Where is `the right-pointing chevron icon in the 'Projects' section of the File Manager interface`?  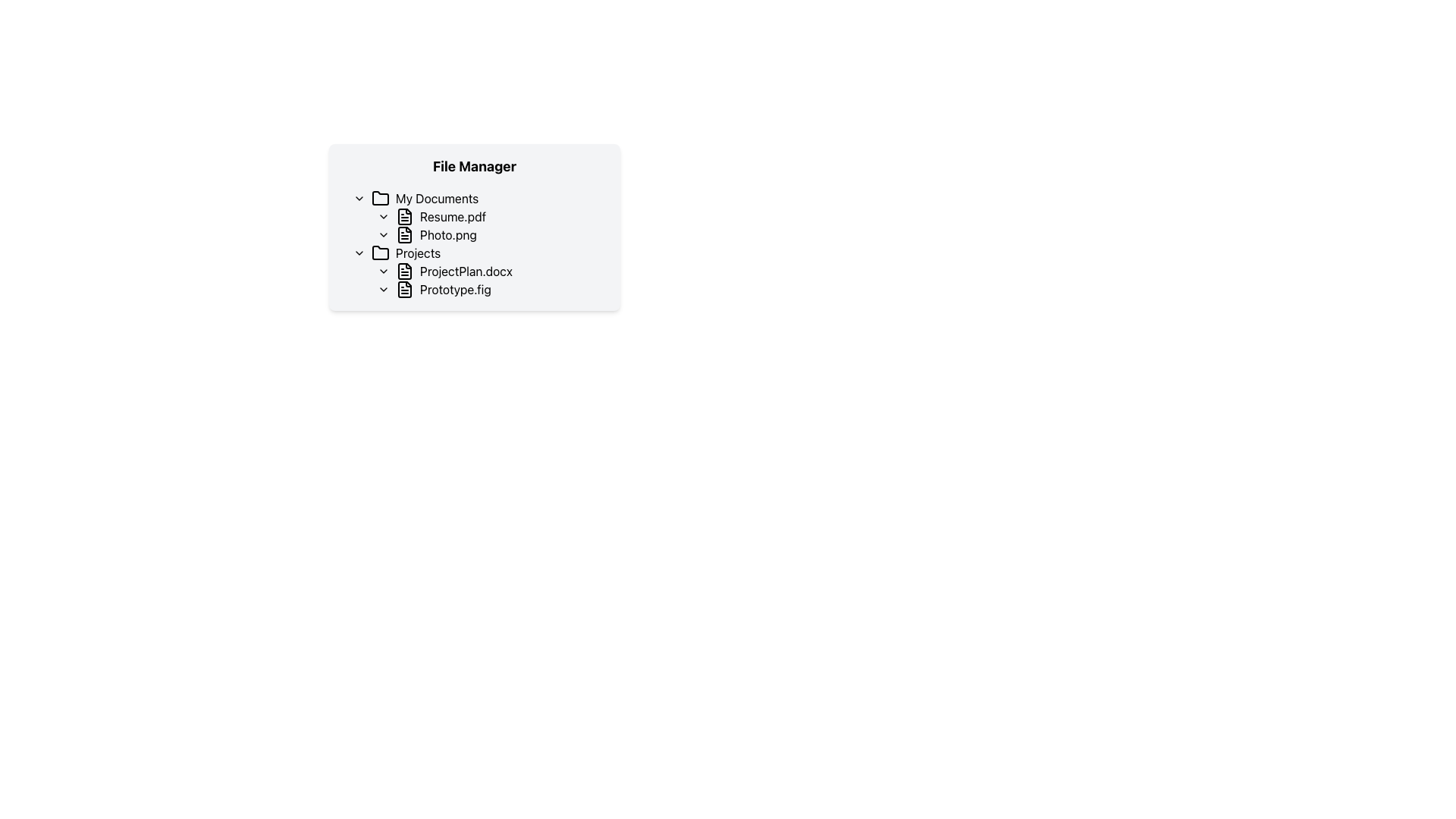
the right-pointing chevron icon in the 'Projects' section of the File Manager interface is located at coordinates (383, 271).